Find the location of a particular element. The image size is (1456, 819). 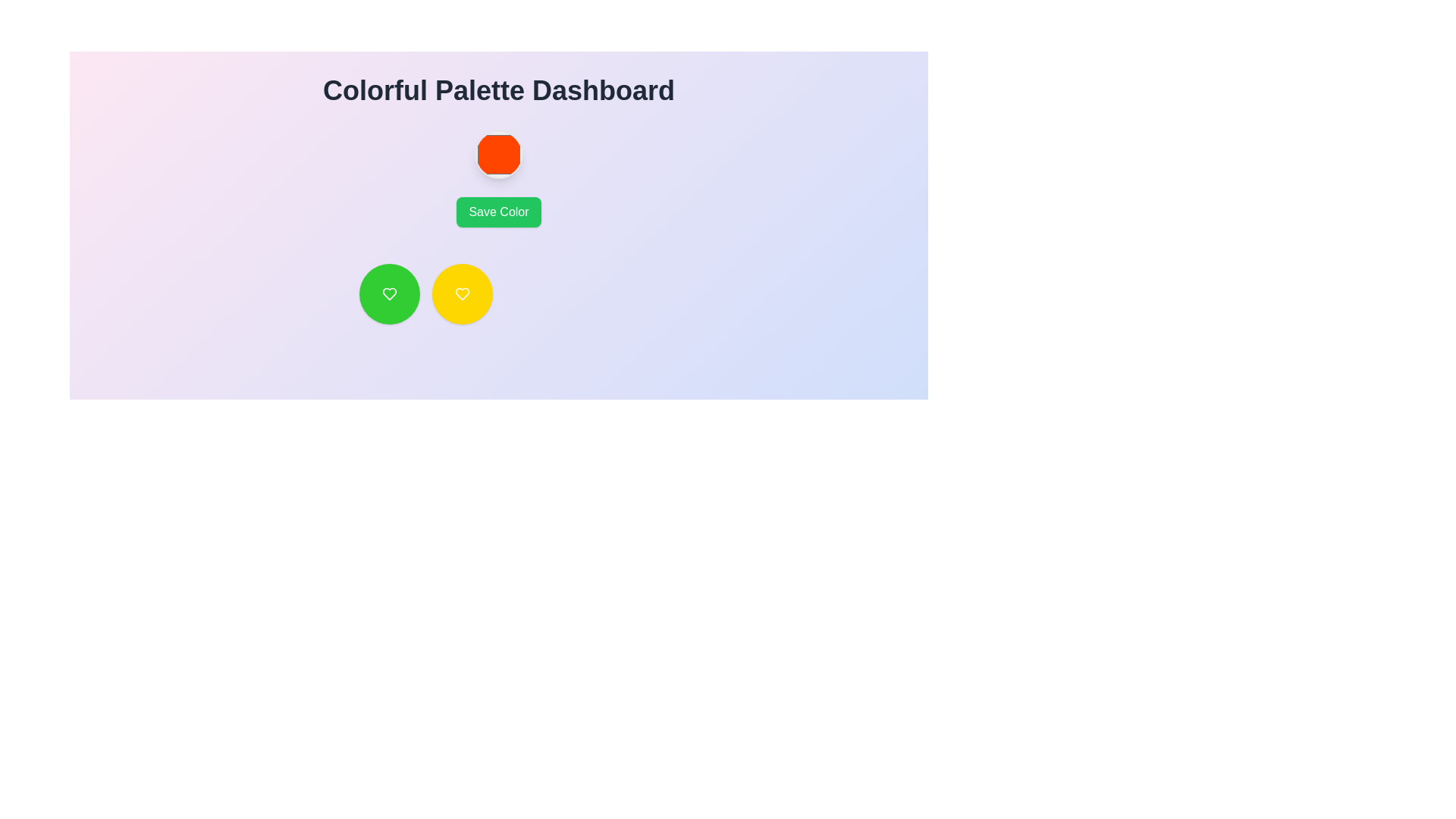

the heart-shaped decorative element filled with a gradient yellow shade, which is the second button in the second row below the 'Save Color' button is located at coordinates (461, 294).